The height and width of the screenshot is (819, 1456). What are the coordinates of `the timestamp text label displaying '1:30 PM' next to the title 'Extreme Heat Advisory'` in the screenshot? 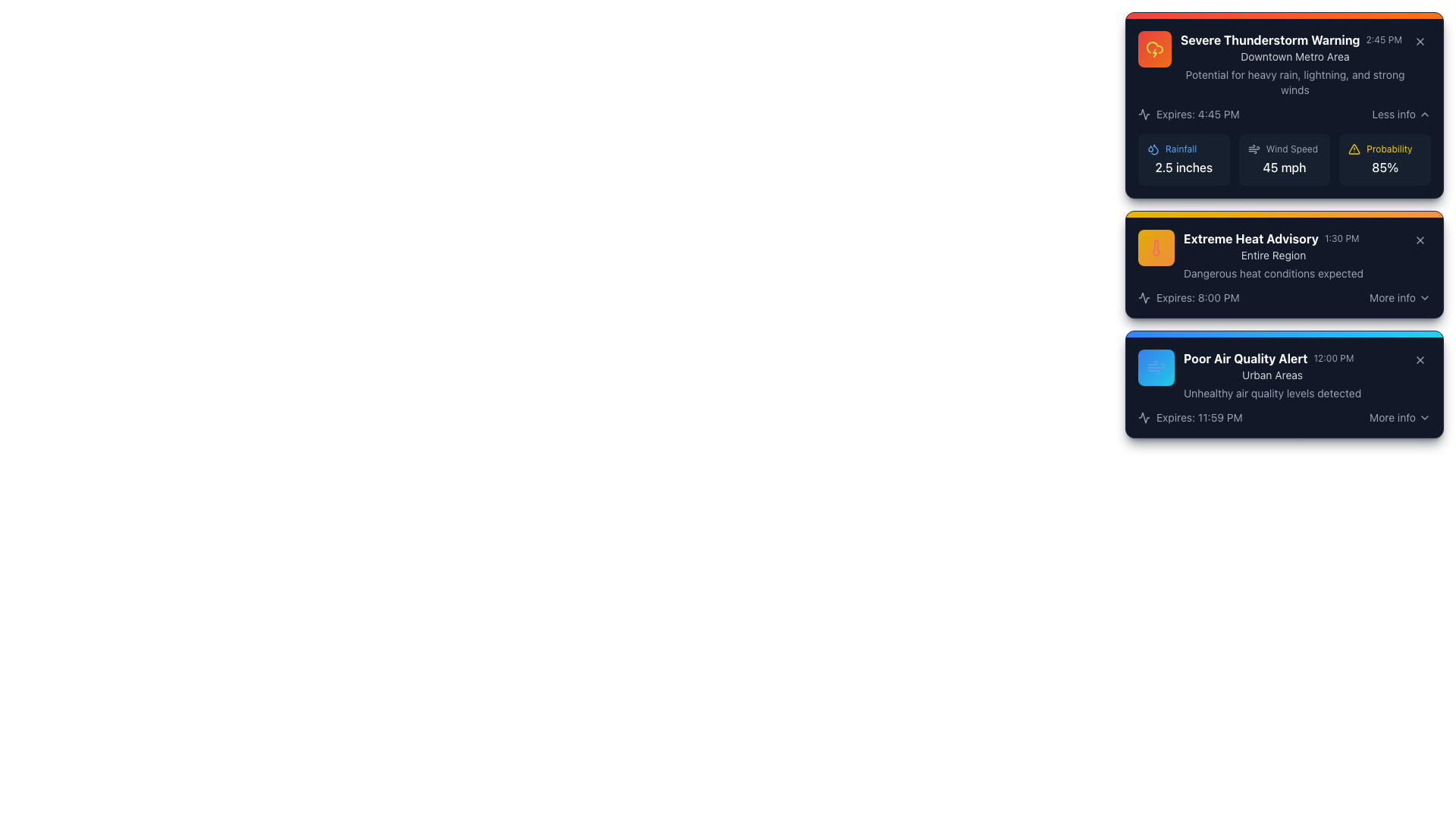 It's located at (1341, 239).